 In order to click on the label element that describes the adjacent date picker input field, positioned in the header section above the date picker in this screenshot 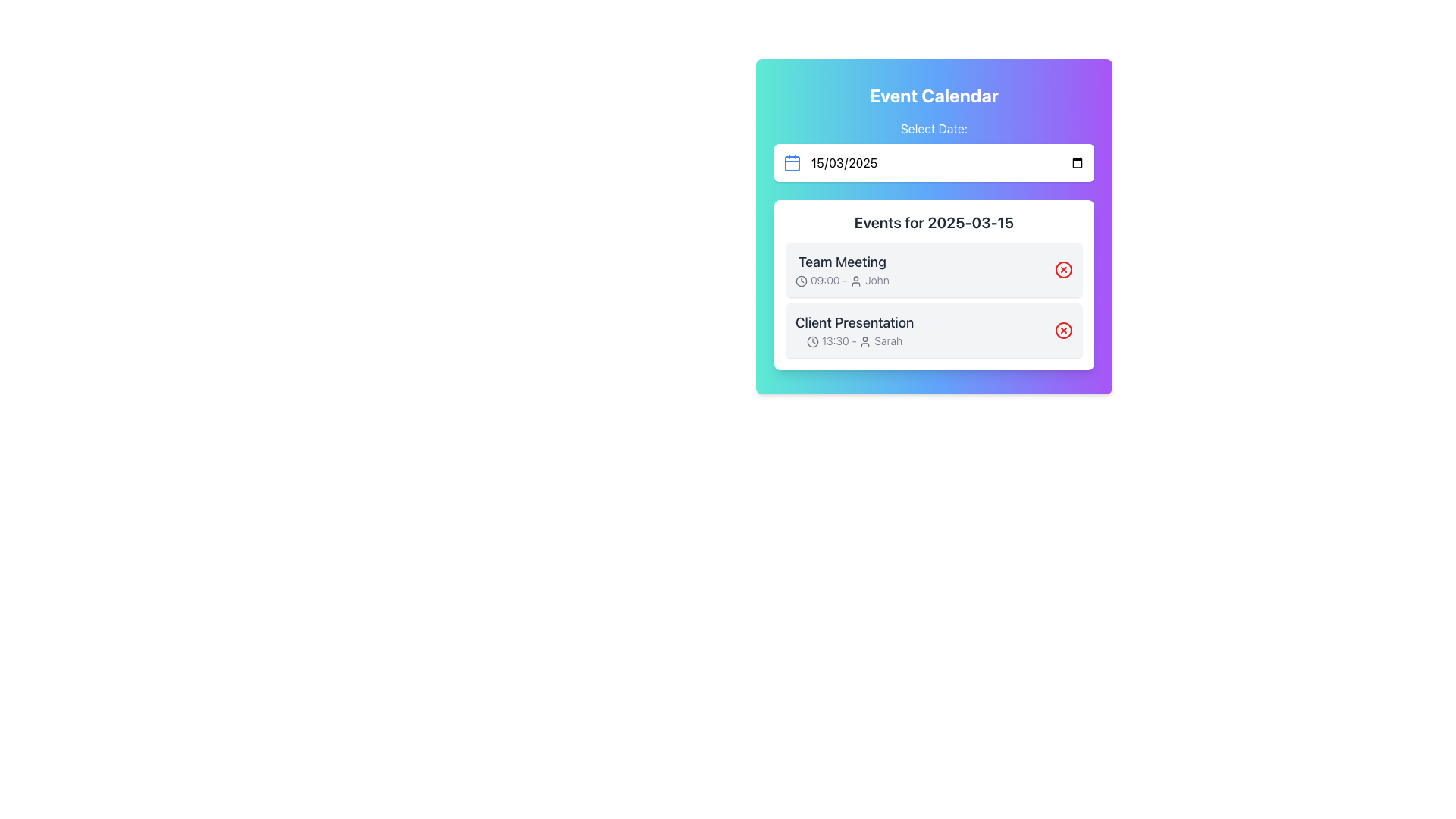, I will do `click(934, 127)`.